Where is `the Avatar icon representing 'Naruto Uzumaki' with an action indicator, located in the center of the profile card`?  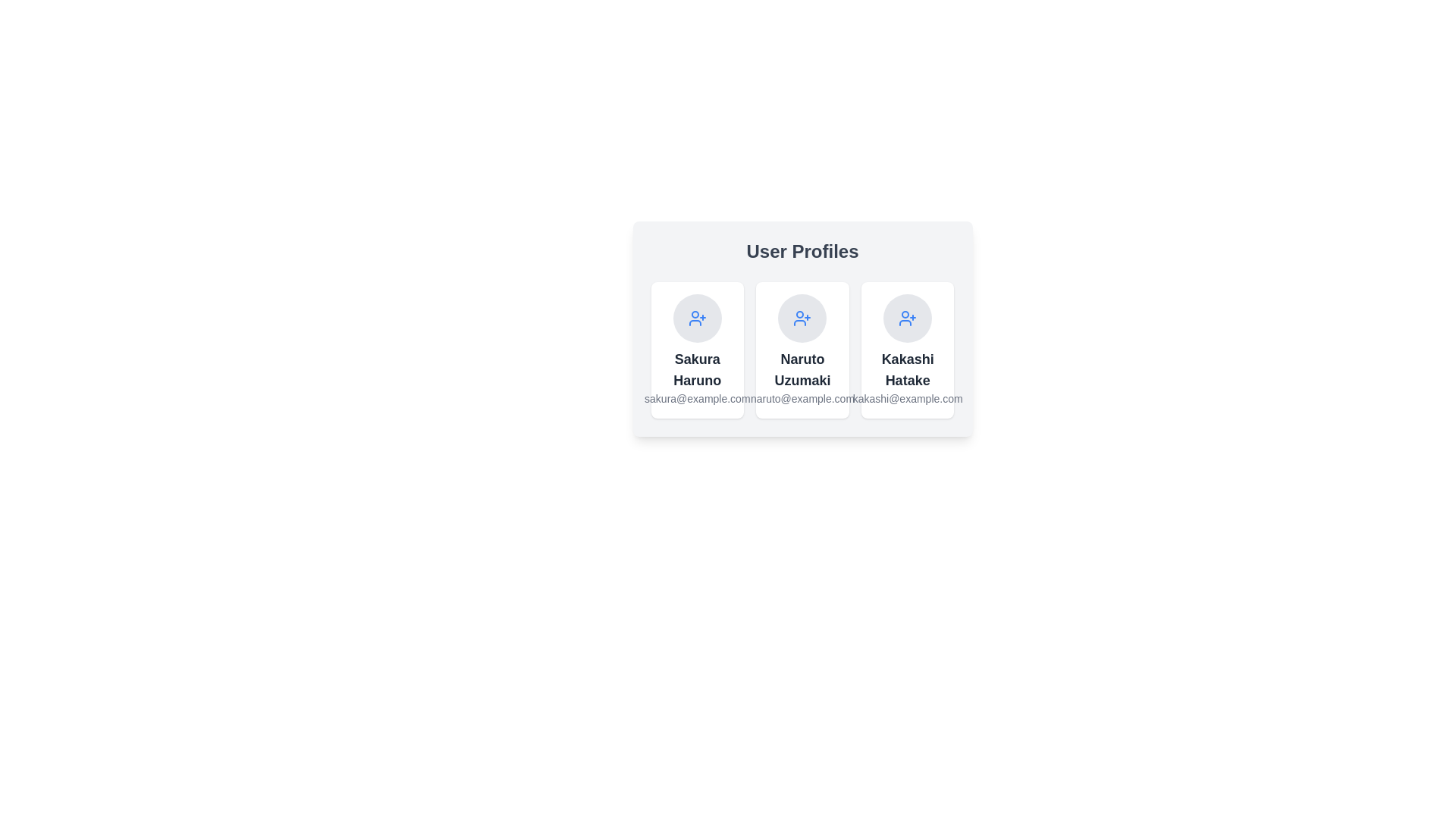 the Avatar icon representing 'Naruto Uzumaki' with an action indicator, located in the center of the profile card is located at coordinates (802, 318).